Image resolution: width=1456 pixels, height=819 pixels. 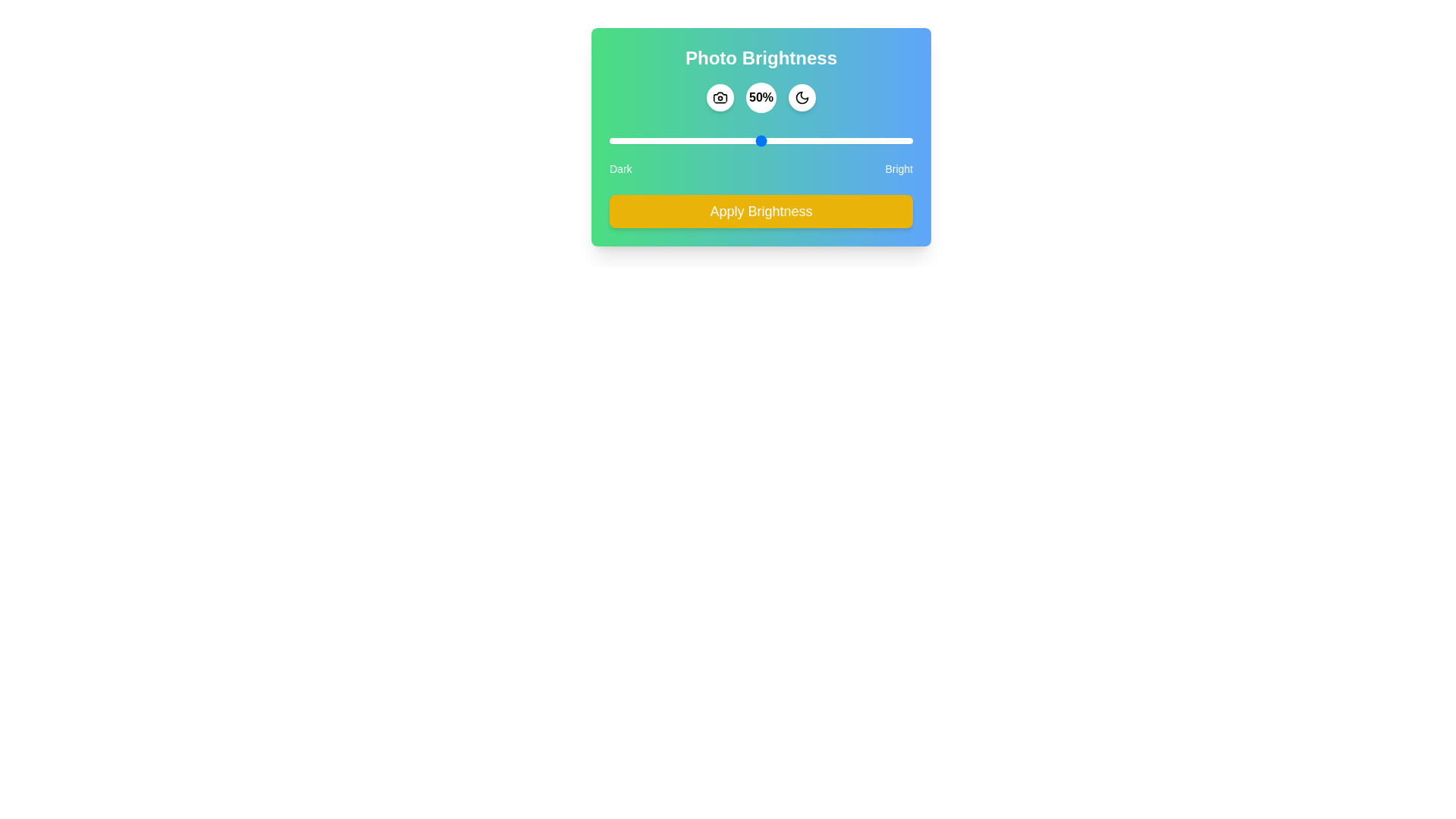 I want to click on the brightness slider to 19%, so click(x=667, y=140).